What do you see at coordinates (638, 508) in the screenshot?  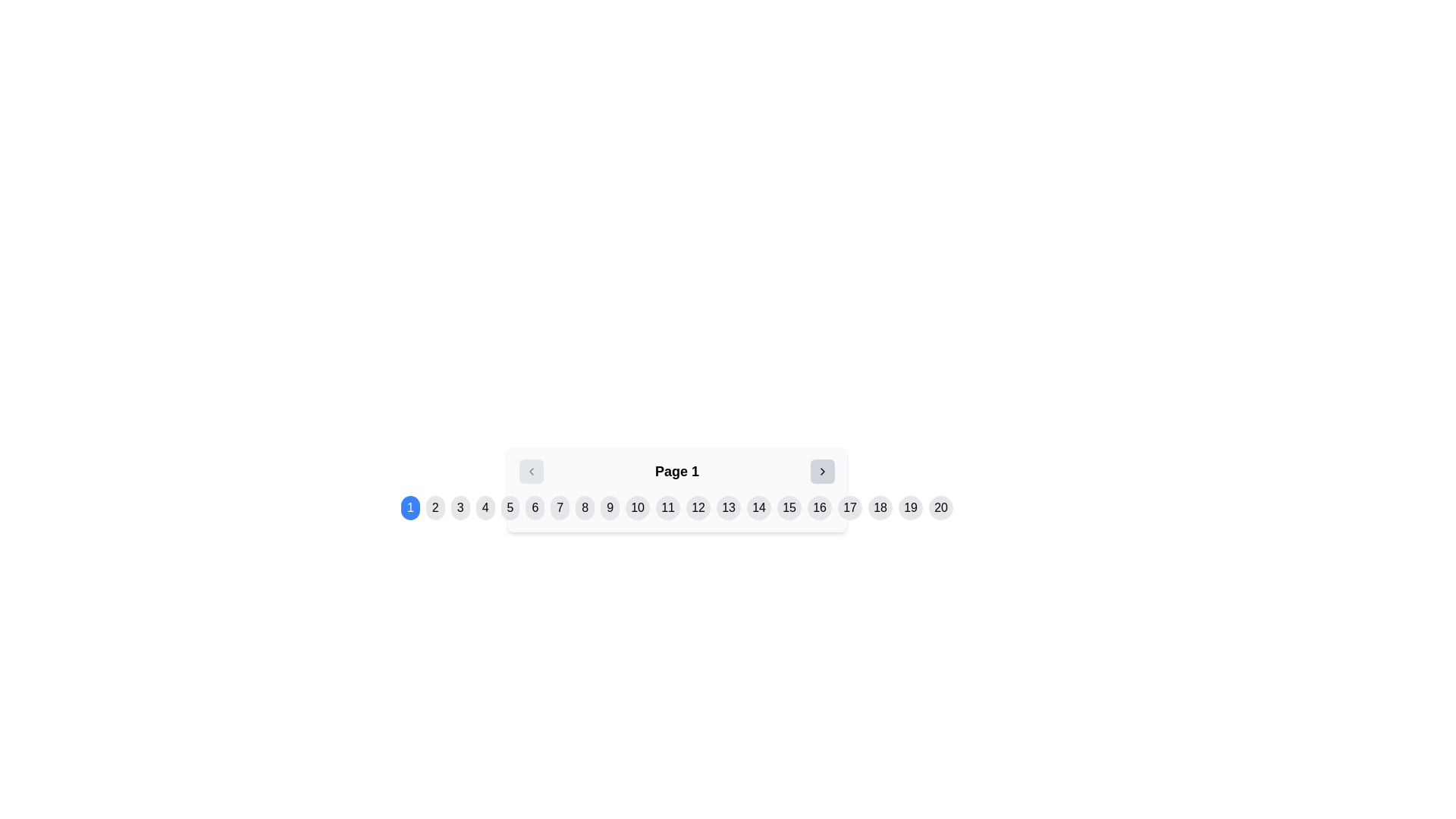 I see `the 10th button in the pagination system` at bounding box center [638, 508].